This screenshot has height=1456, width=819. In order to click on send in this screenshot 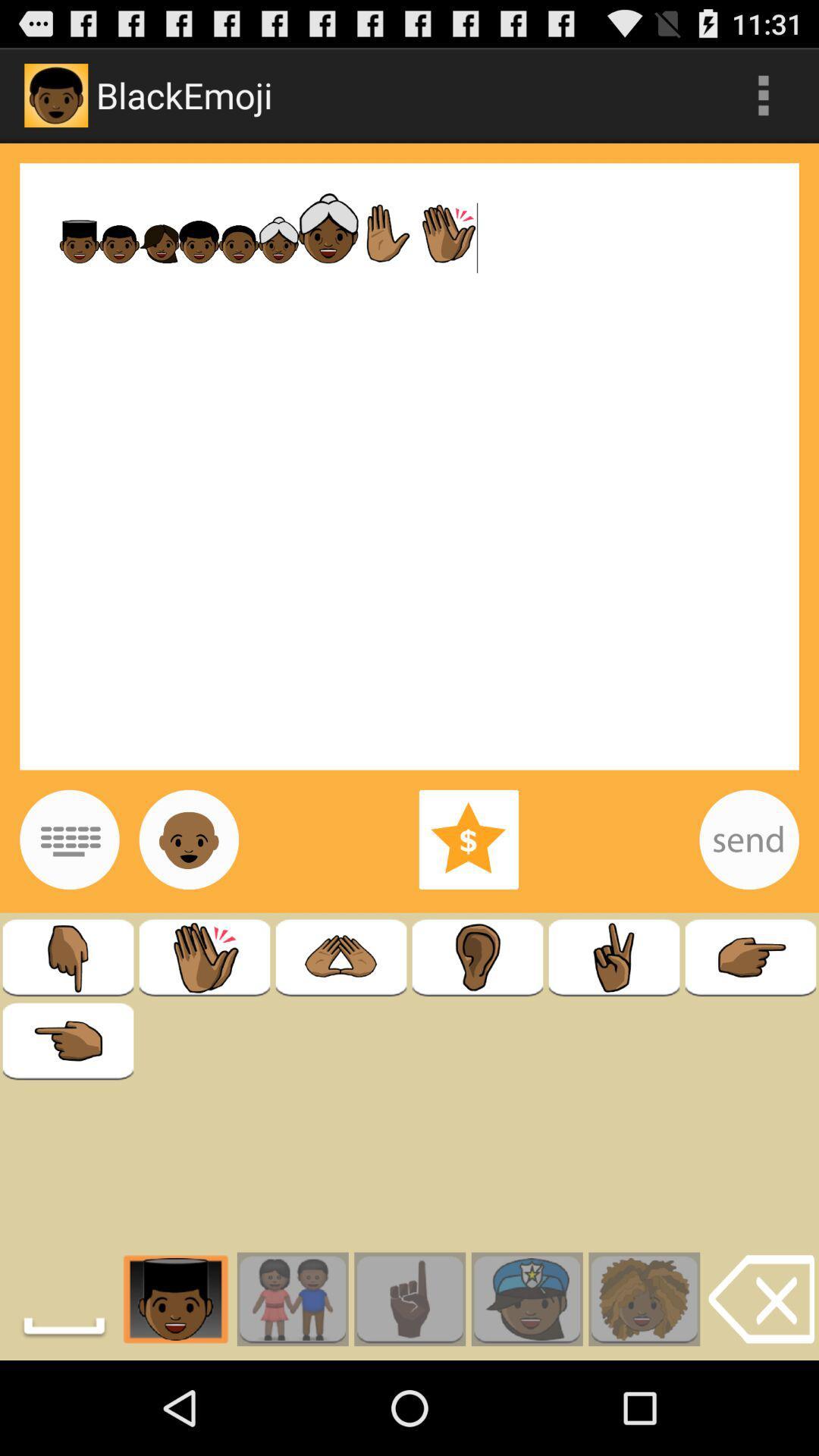, I will do `click(748, 839)`.